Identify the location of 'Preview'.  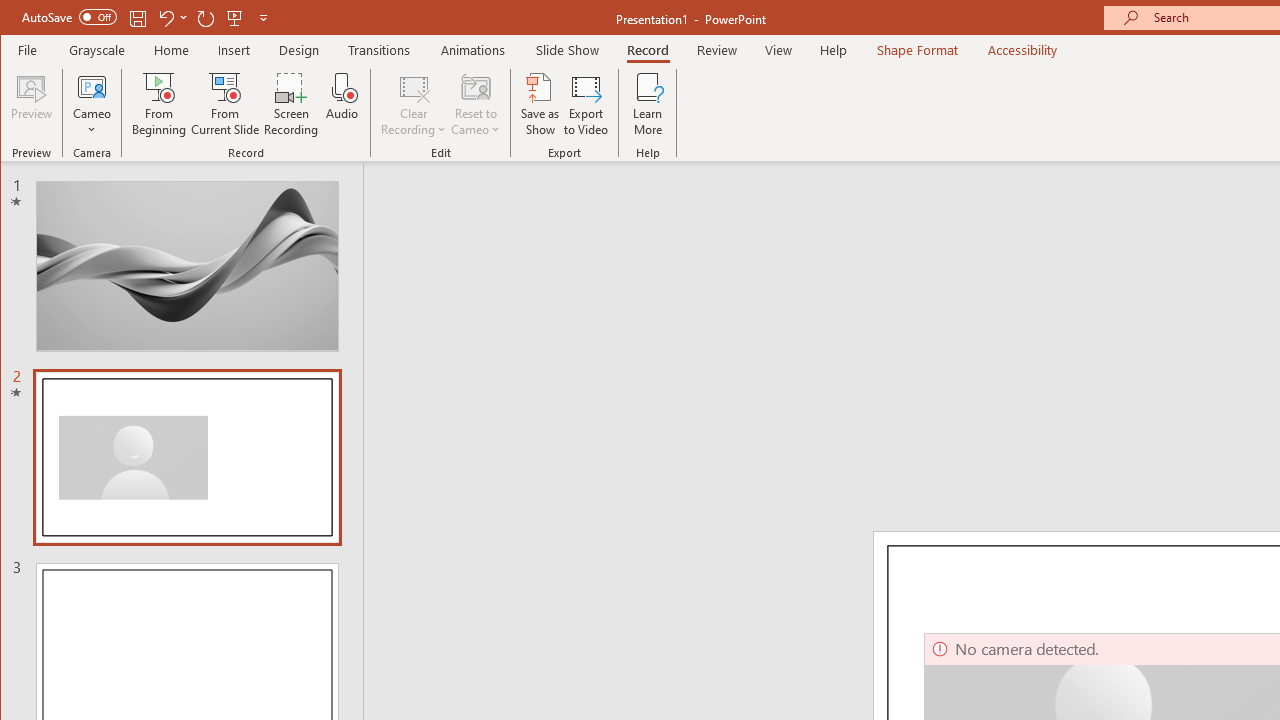
(32, 104).